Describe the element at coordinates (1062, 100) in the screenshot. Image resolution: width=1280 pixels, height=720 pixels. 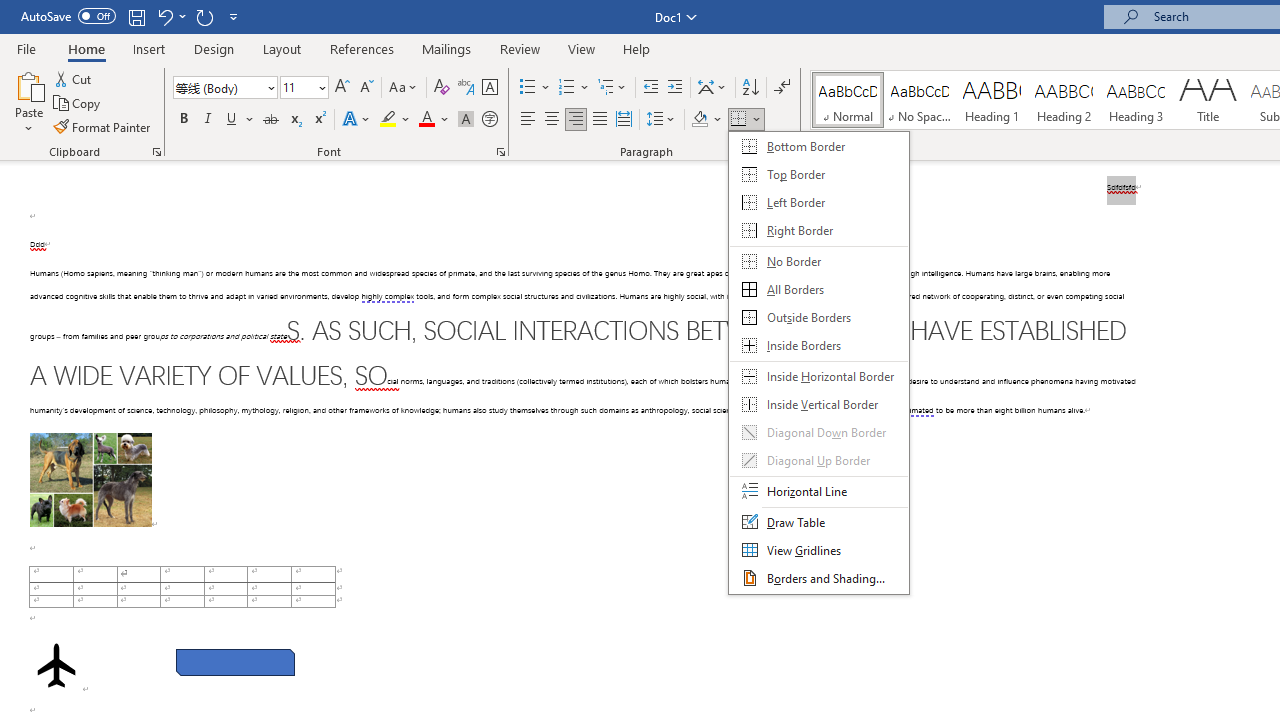
I see `'Heading 2'` at that location.